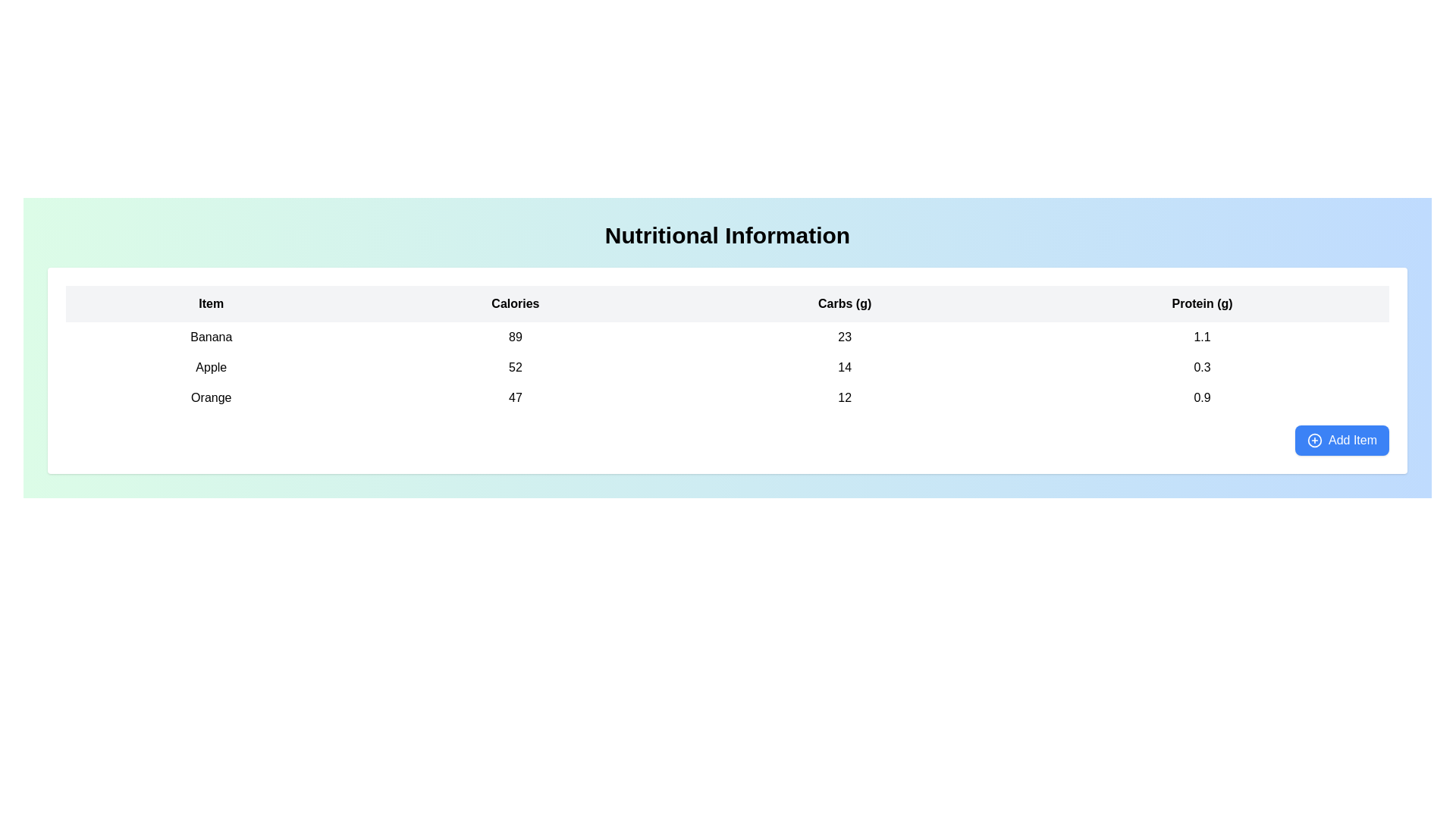 This screenshot has height=819, width=1456. I want to click on the second row of the nutritional information table displaying 'Apple', which contains values for 'Calories', 'Carbs (g)', and 'Protein (g)', for further interaction, so click(726, 368).